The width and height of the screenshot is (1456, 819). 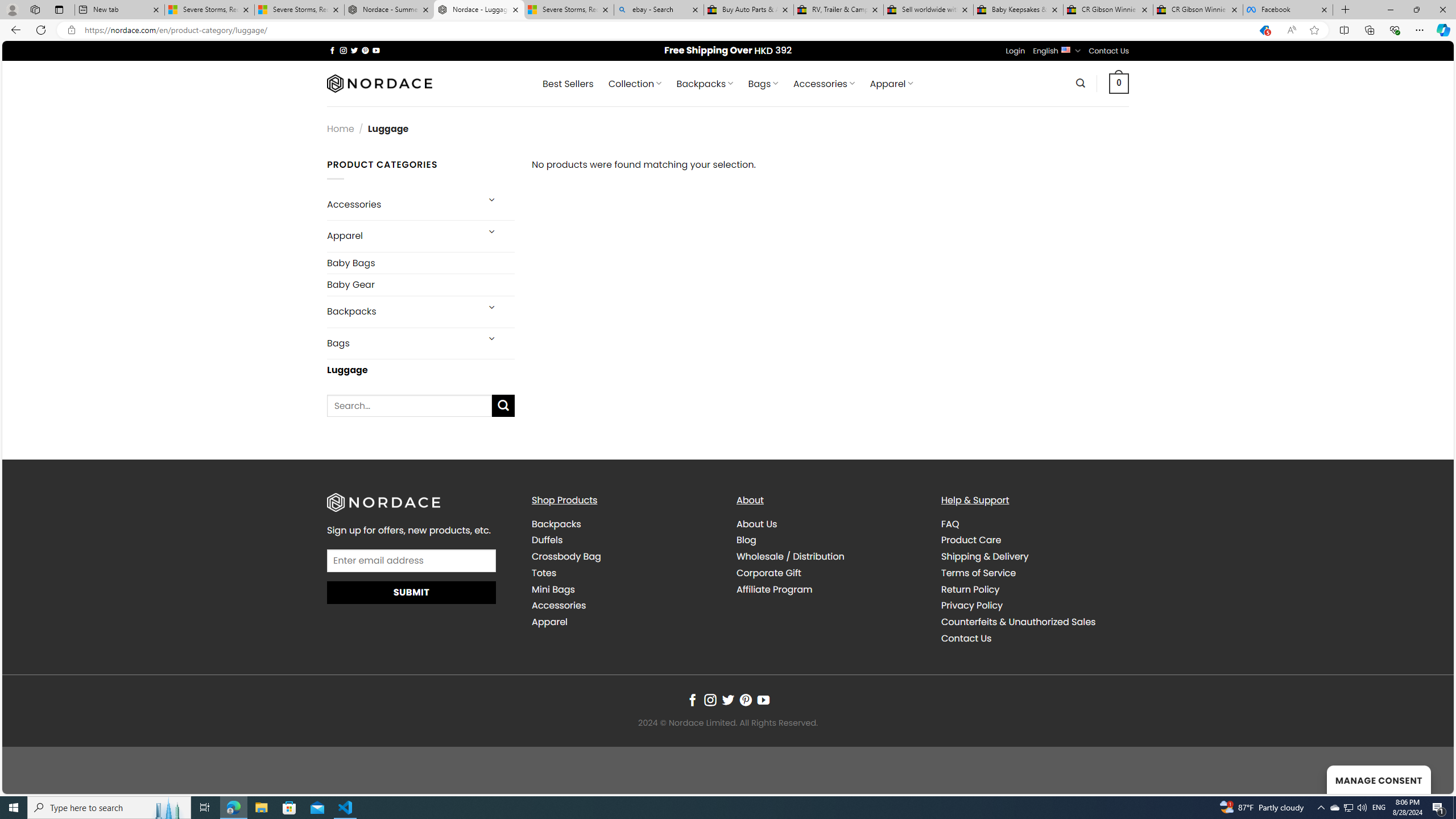 What do you see at coordinates (411, 592) in the screenshot?
I see `'Submit'` at bounding box center [411, 592].